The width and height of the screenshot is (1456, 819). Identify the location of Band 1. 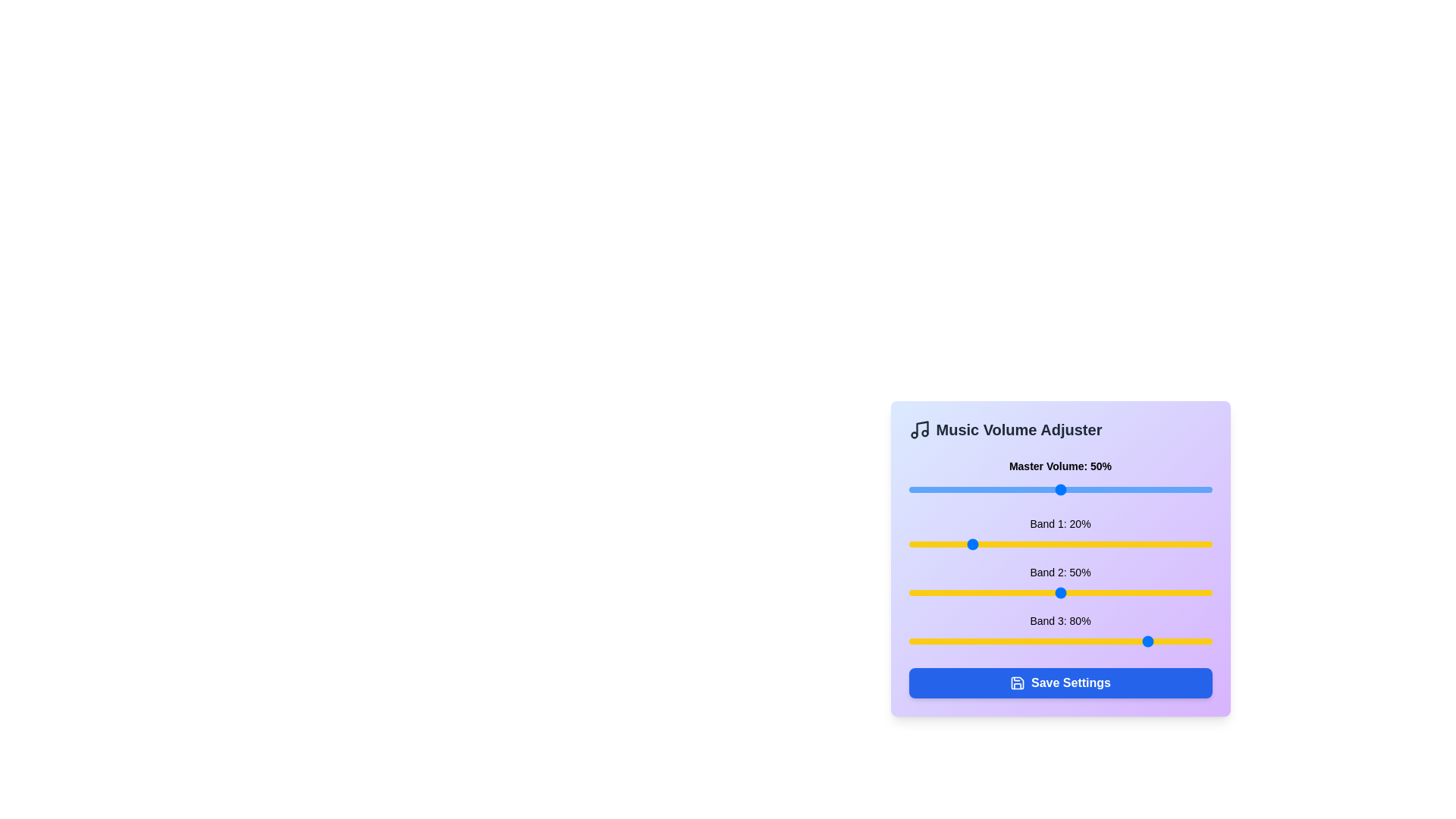
(1072, 543).